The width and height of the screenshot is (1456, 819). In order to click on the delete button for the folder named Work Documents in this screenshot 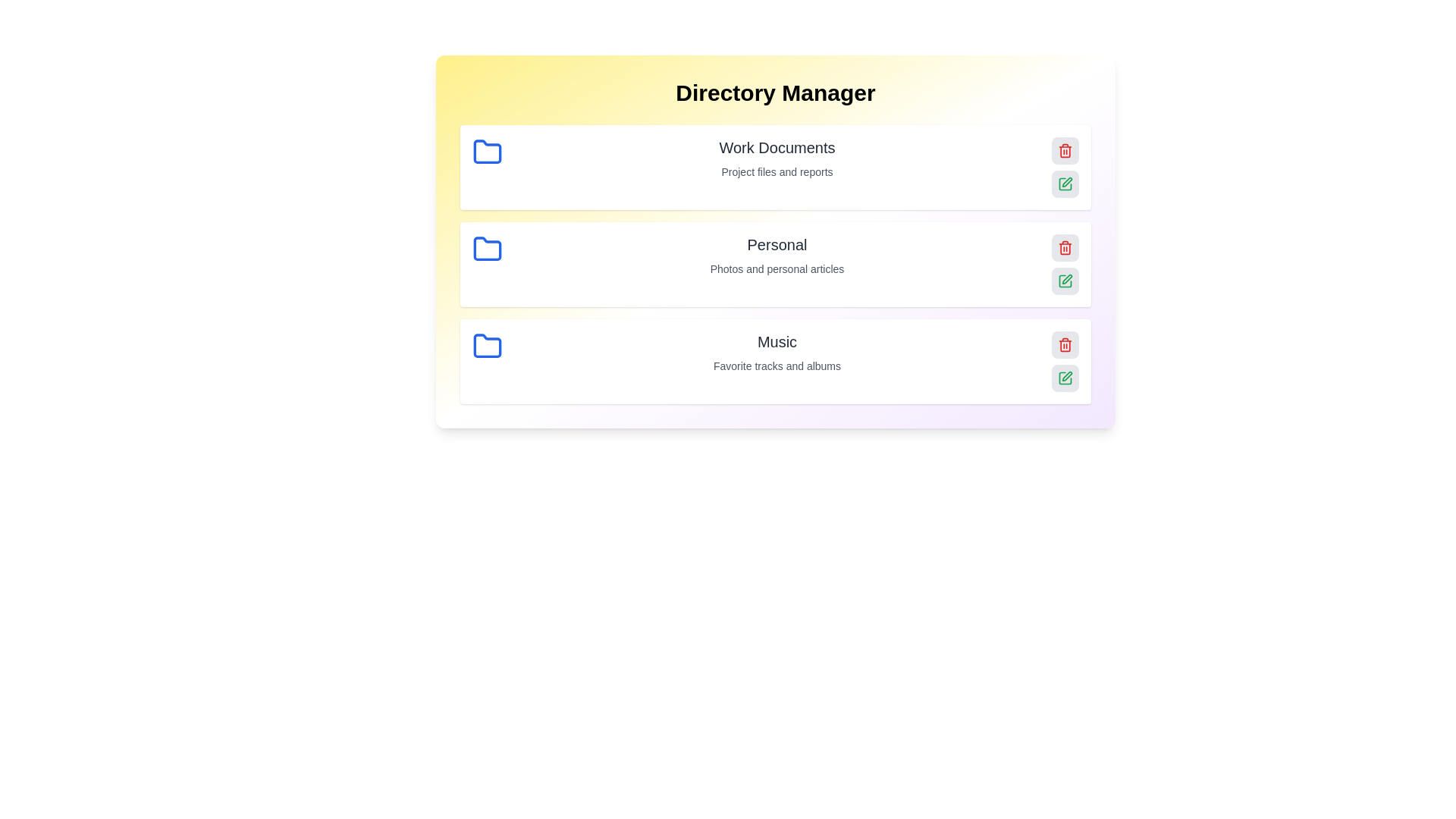, I will do `click(1065, 151)`.